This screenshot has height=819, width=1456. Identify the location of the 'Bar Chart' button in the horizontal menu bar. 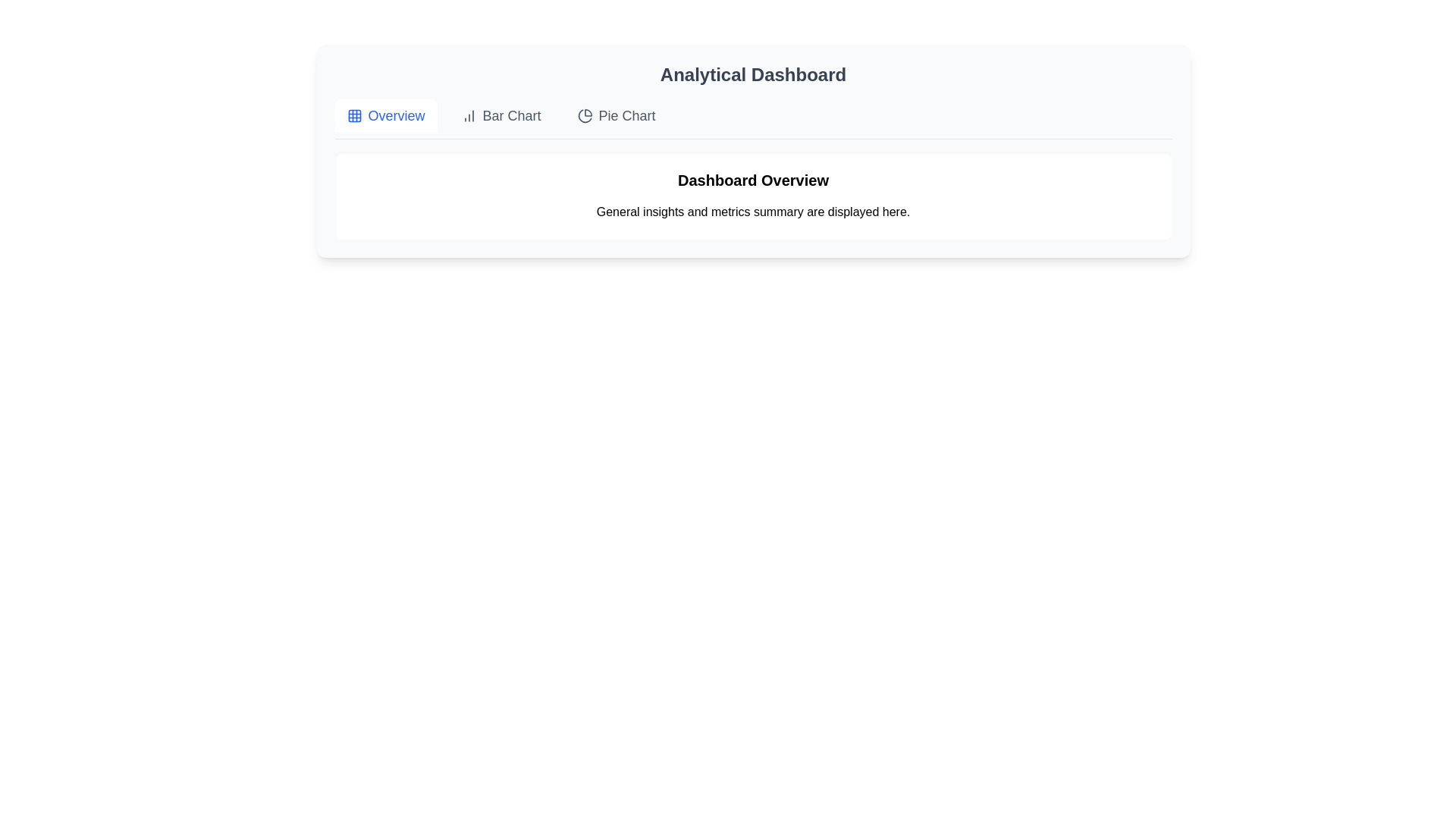
(501, 115).